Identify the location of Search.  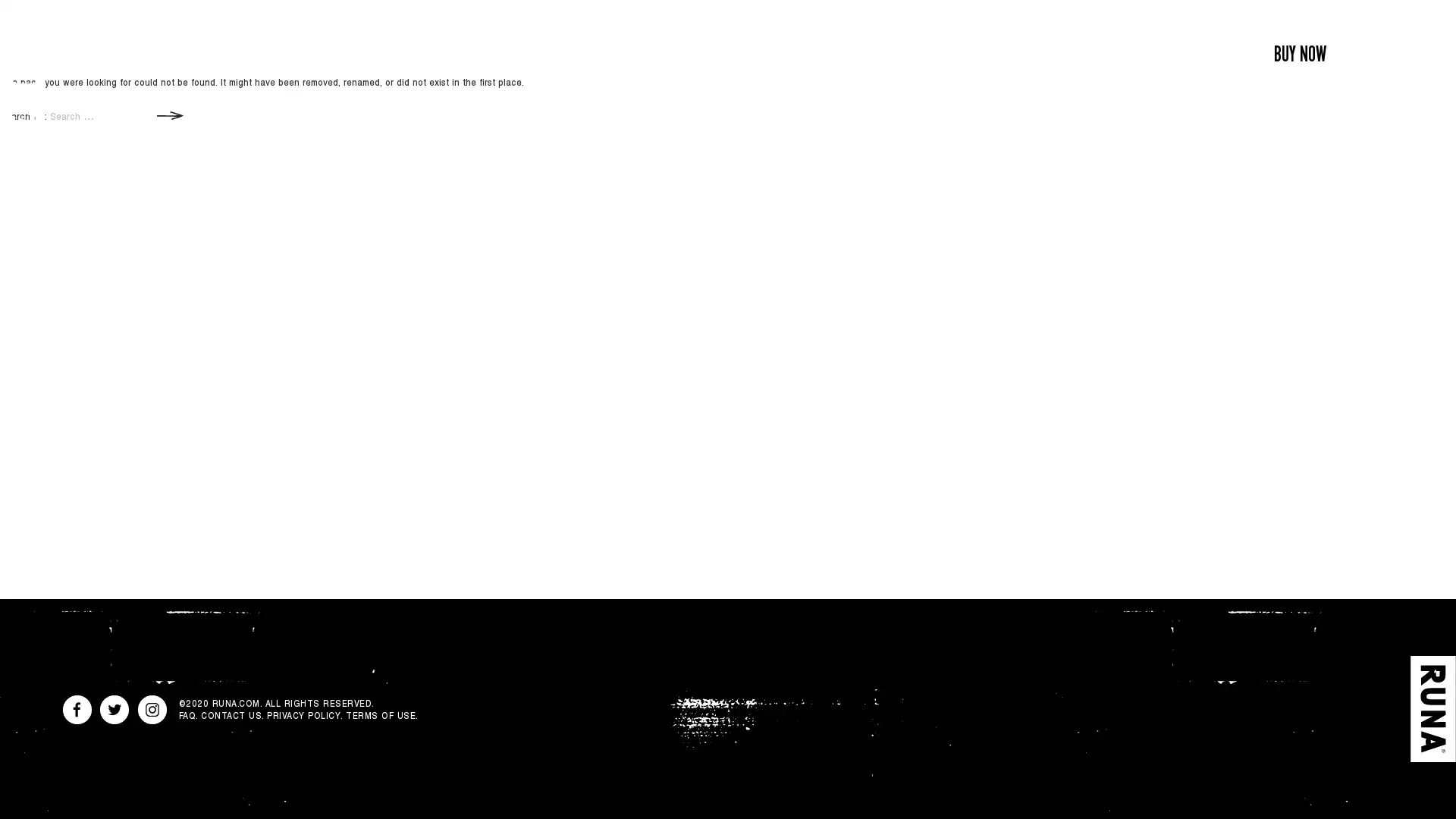
(170, 115).